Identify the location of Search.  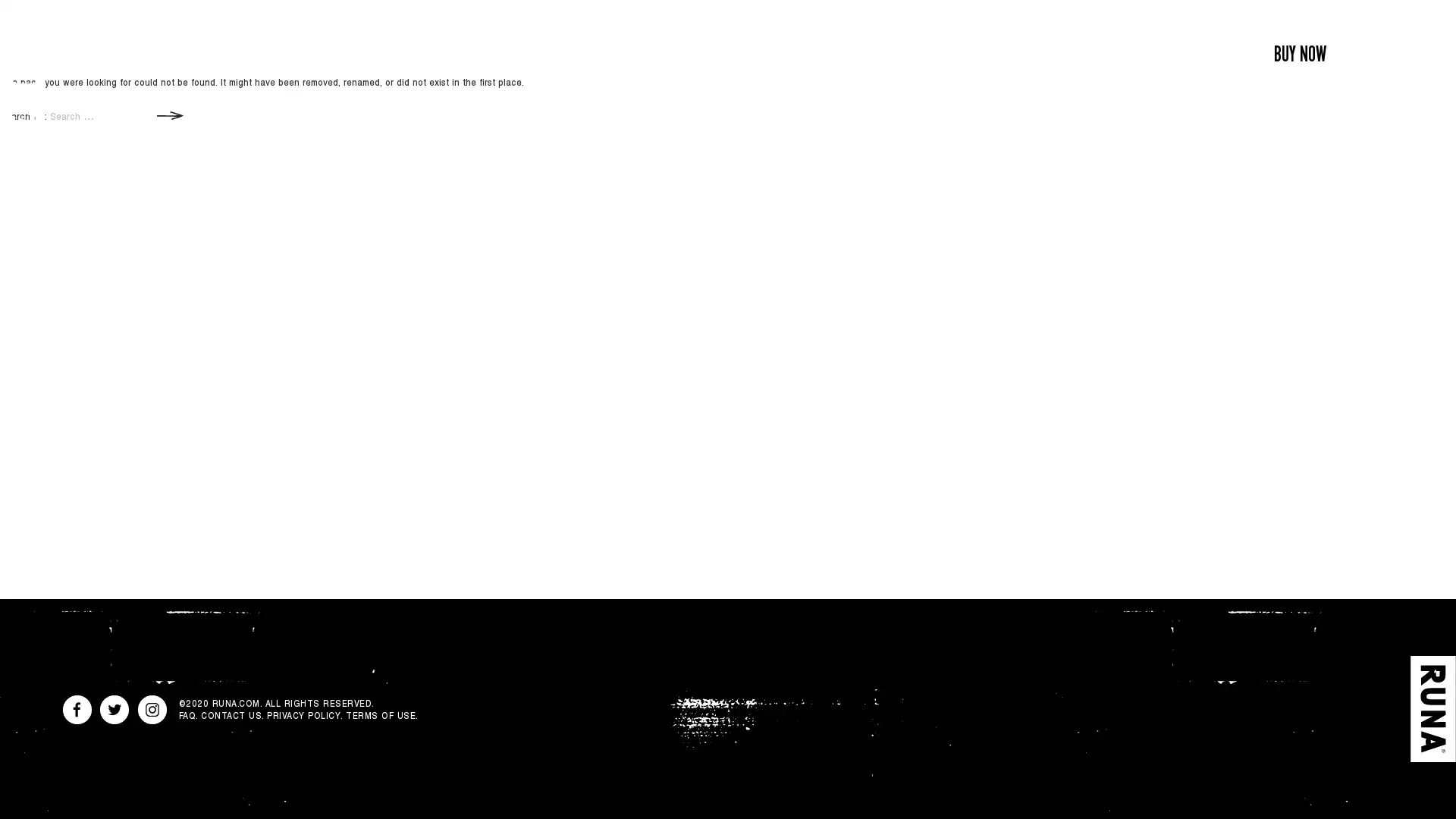
(170, 115).